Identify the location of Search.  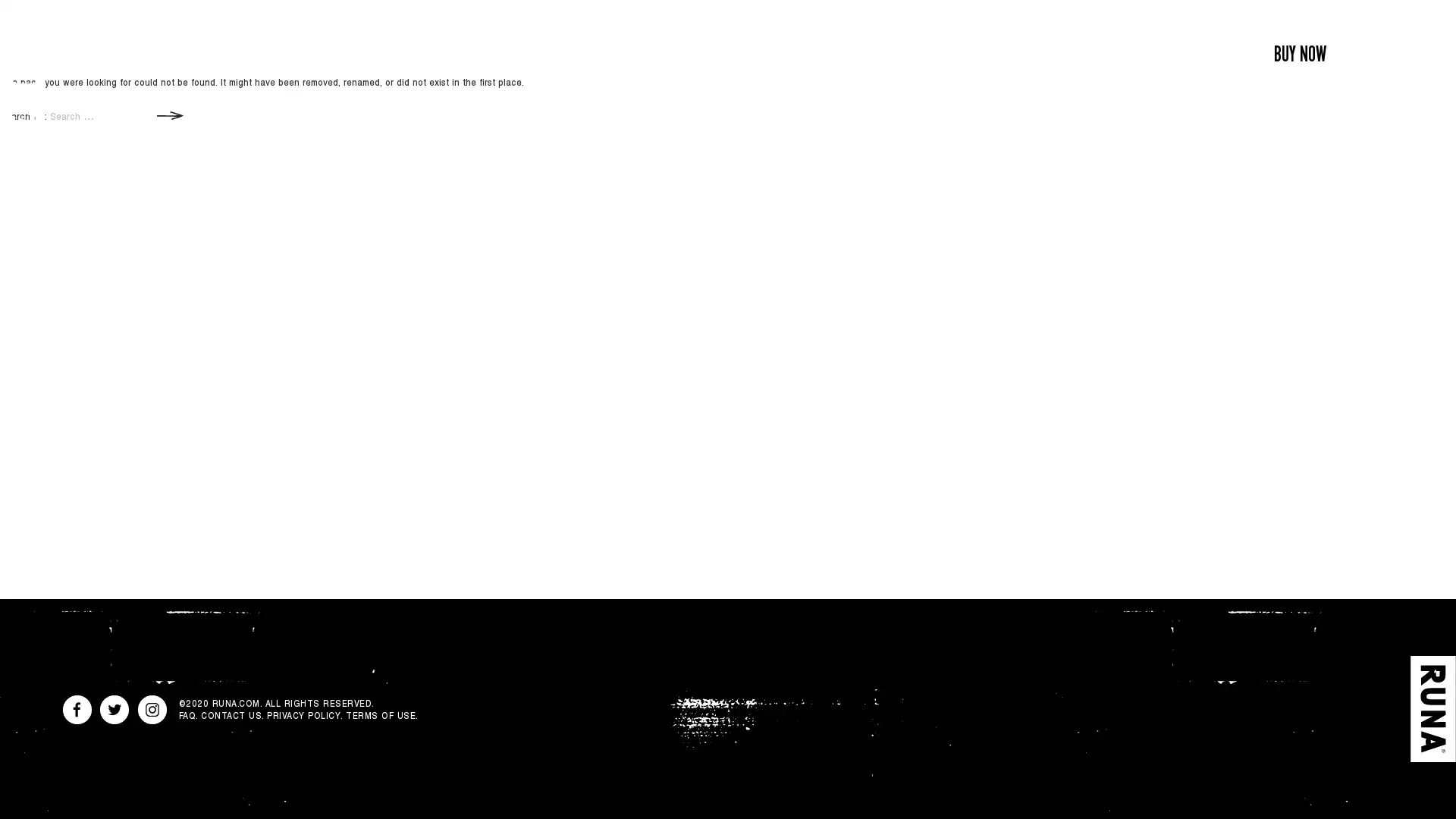
(170, 115).